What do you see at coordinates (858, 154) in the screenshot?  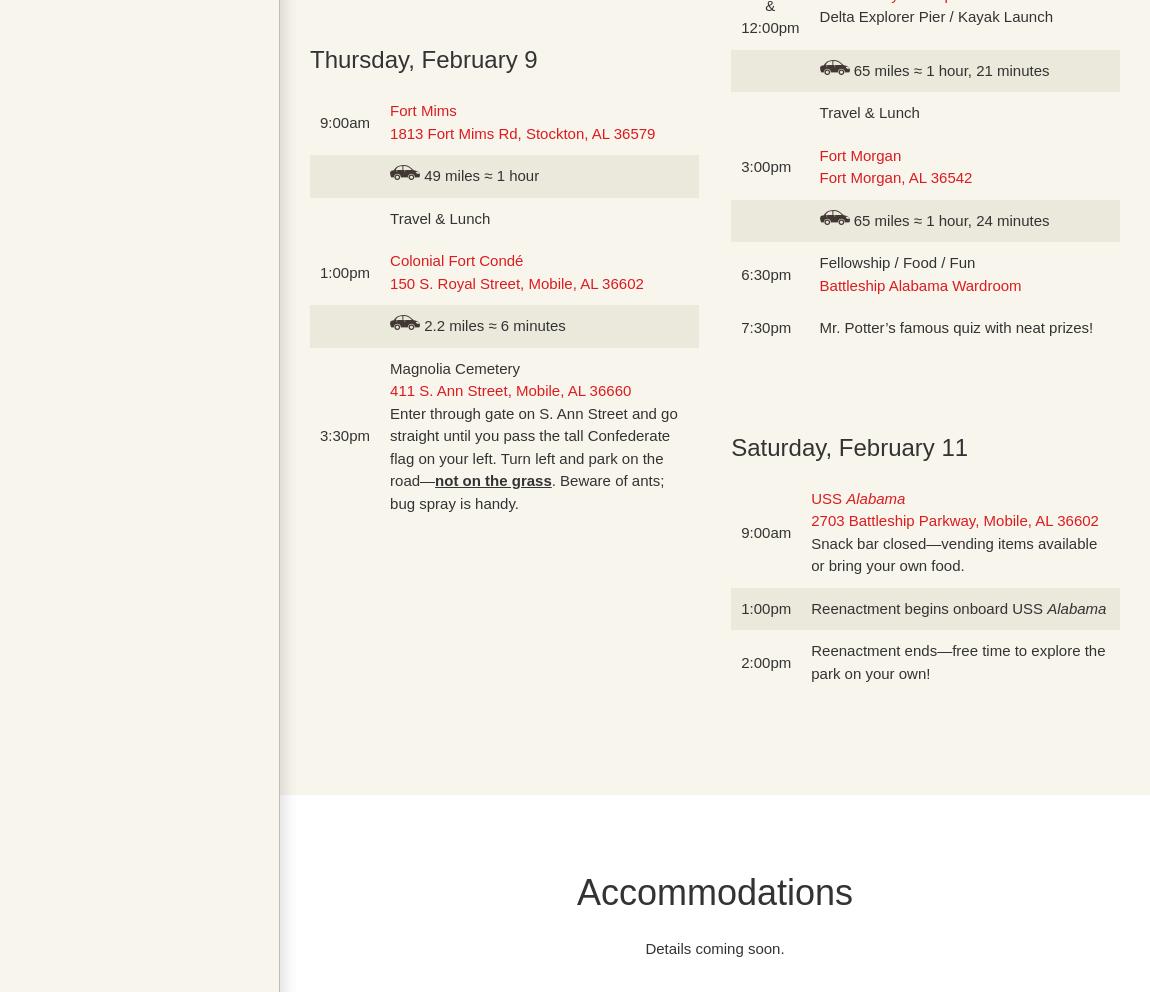 I see `'Fort Morgan'` at bounding box center [858, 154].